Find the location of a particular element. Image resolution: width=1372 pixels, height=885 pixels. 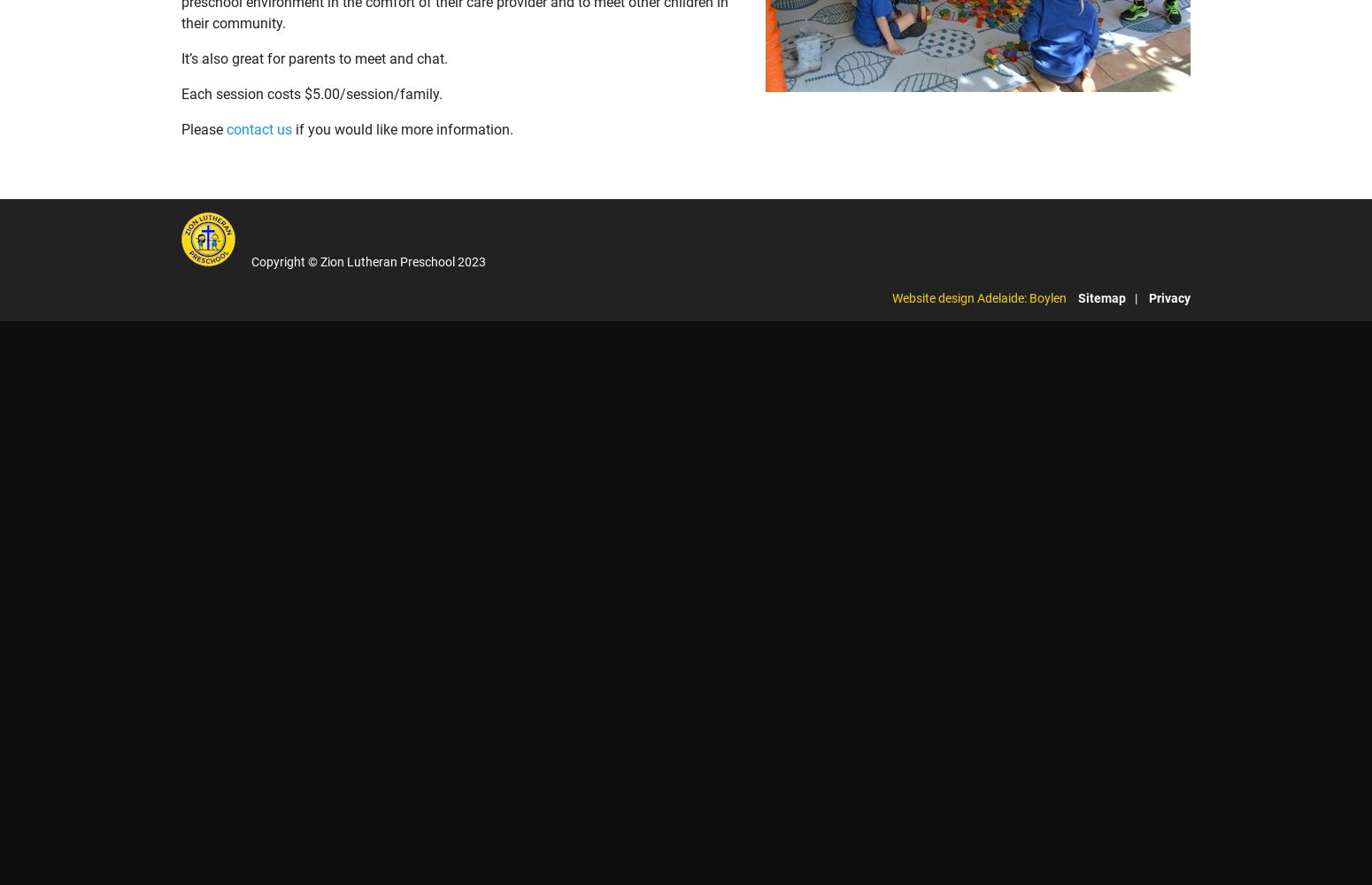

'Sitemap' is located at coordinates (1077, 296).